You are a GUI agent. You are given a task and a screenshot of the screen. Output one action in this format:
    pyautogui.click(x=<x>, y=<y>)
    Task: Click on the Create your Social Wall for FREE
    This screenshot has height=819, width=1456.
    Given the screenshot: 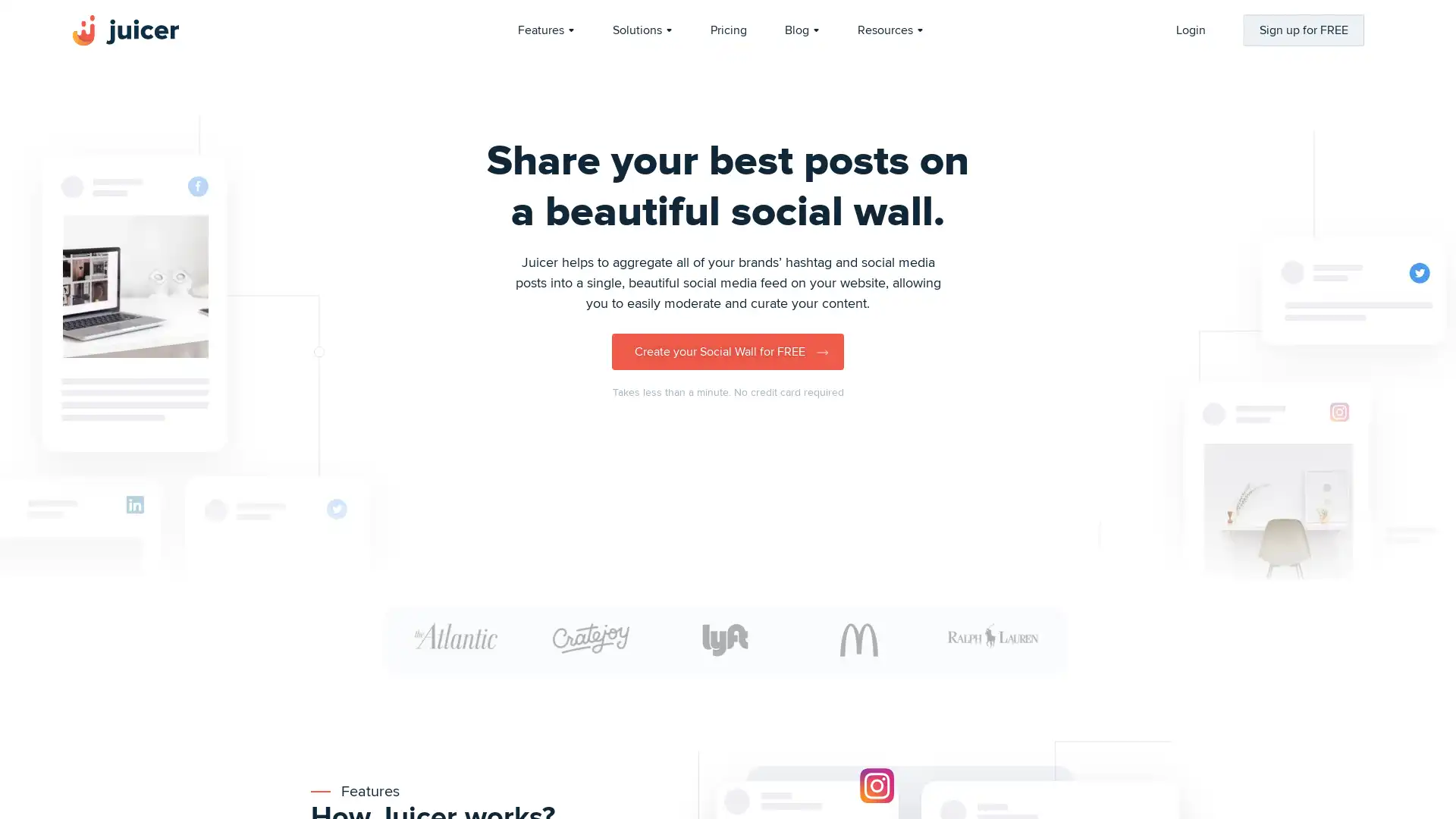 What is the action you would take?
    pyautogui.click(x=728, y=351)
    